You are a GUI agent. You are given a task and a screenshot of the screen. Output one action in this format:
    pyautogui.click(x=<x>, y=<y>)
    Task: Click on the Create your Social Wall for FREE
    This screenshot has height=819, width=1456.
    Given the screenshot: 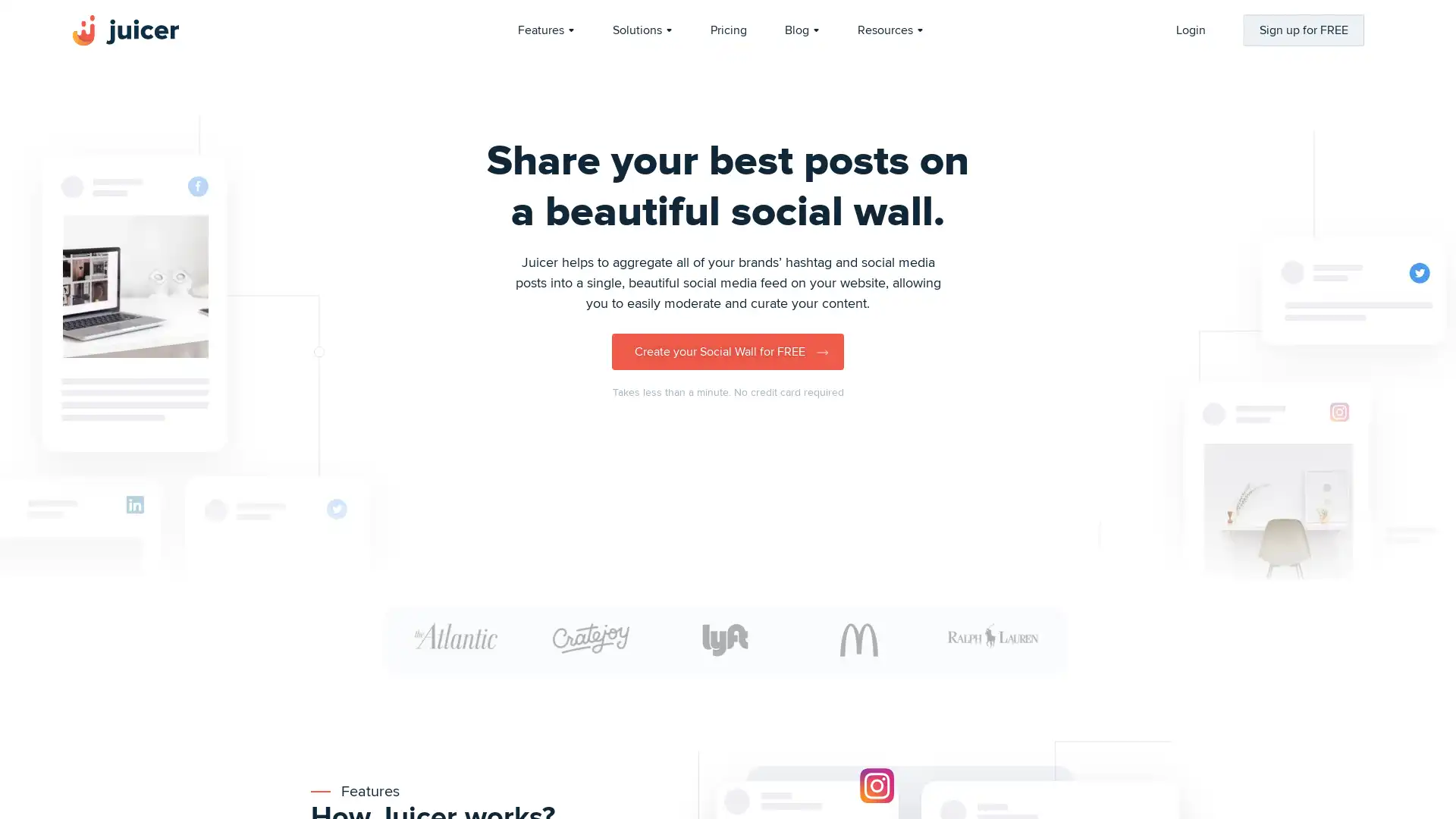 What is the action you would take?
    pyautogui.click(x=728, y=351)
    